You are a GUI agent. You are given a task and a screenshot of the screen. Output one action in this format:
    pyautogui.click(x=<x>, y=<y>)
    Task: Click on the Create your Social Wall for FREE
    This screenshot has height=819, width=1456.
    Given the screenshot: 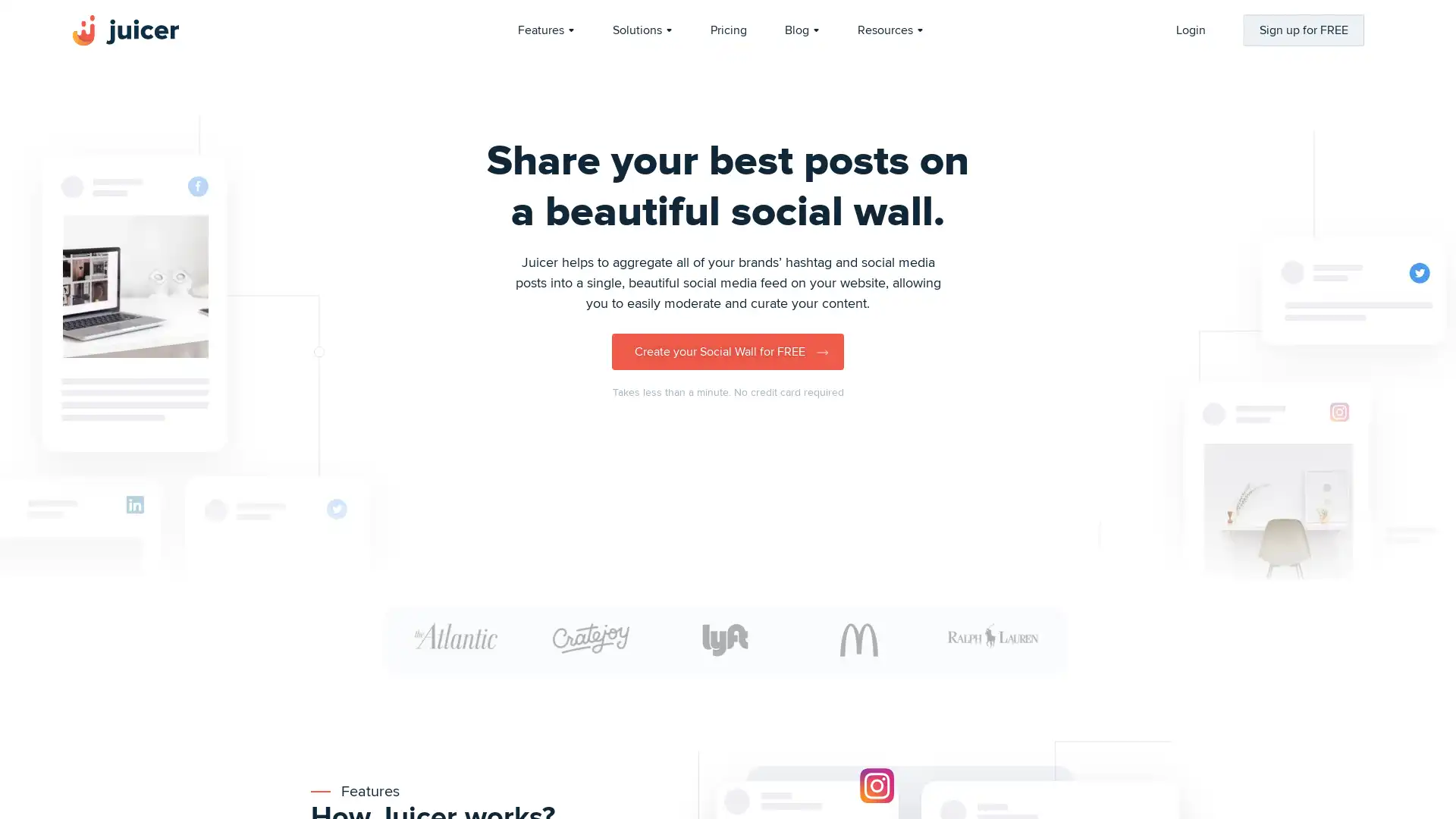 What is the action you would take?
    pyautogui.click(x=728, y=351)
    